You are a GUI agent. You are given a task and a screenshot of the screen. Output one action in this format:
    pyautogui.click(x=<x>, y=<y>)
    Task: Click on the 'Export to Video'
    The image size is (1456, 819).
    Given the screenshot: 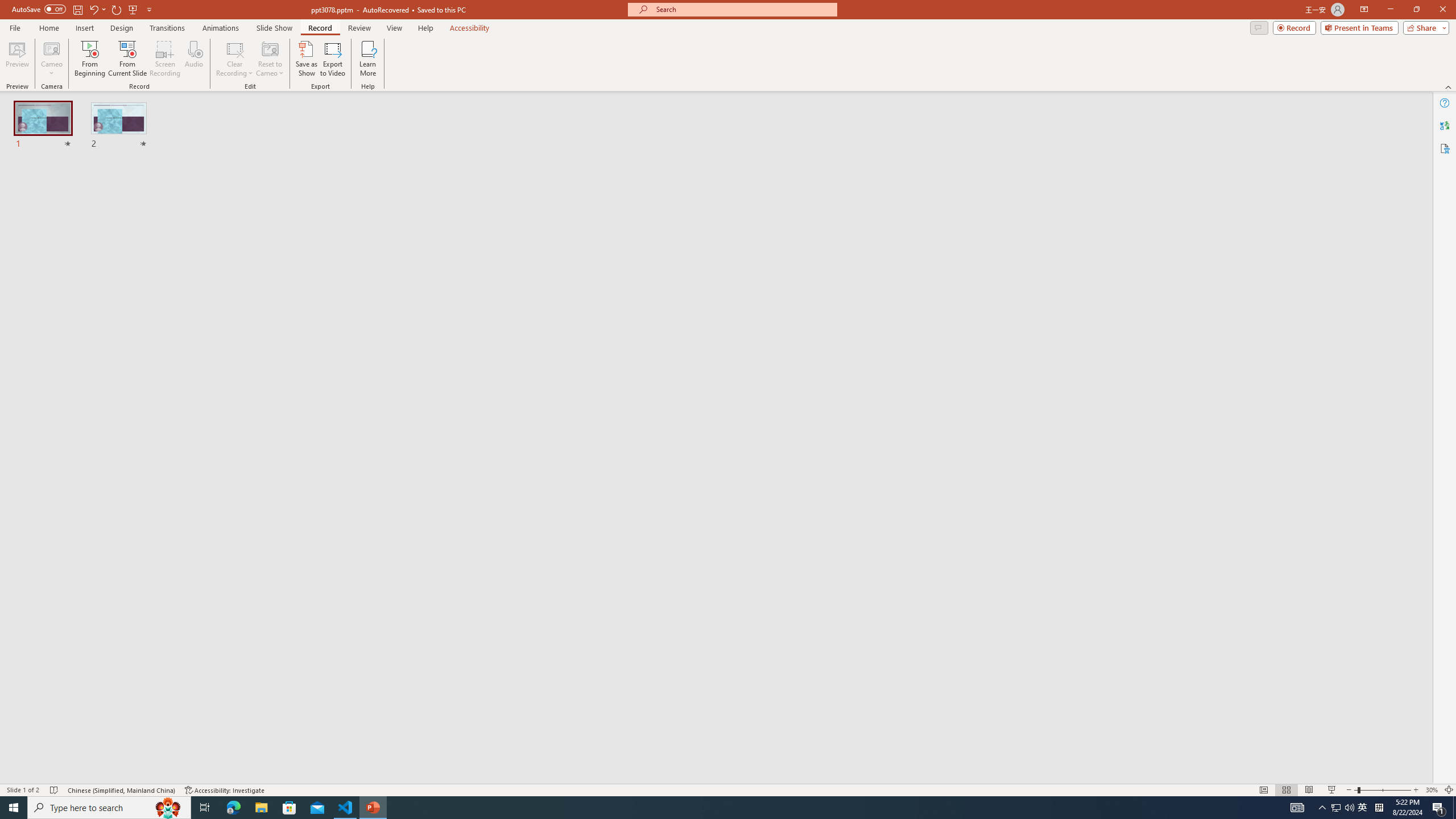 What is the action you would take?
    pyautogui.click(x=332, y=59)
    